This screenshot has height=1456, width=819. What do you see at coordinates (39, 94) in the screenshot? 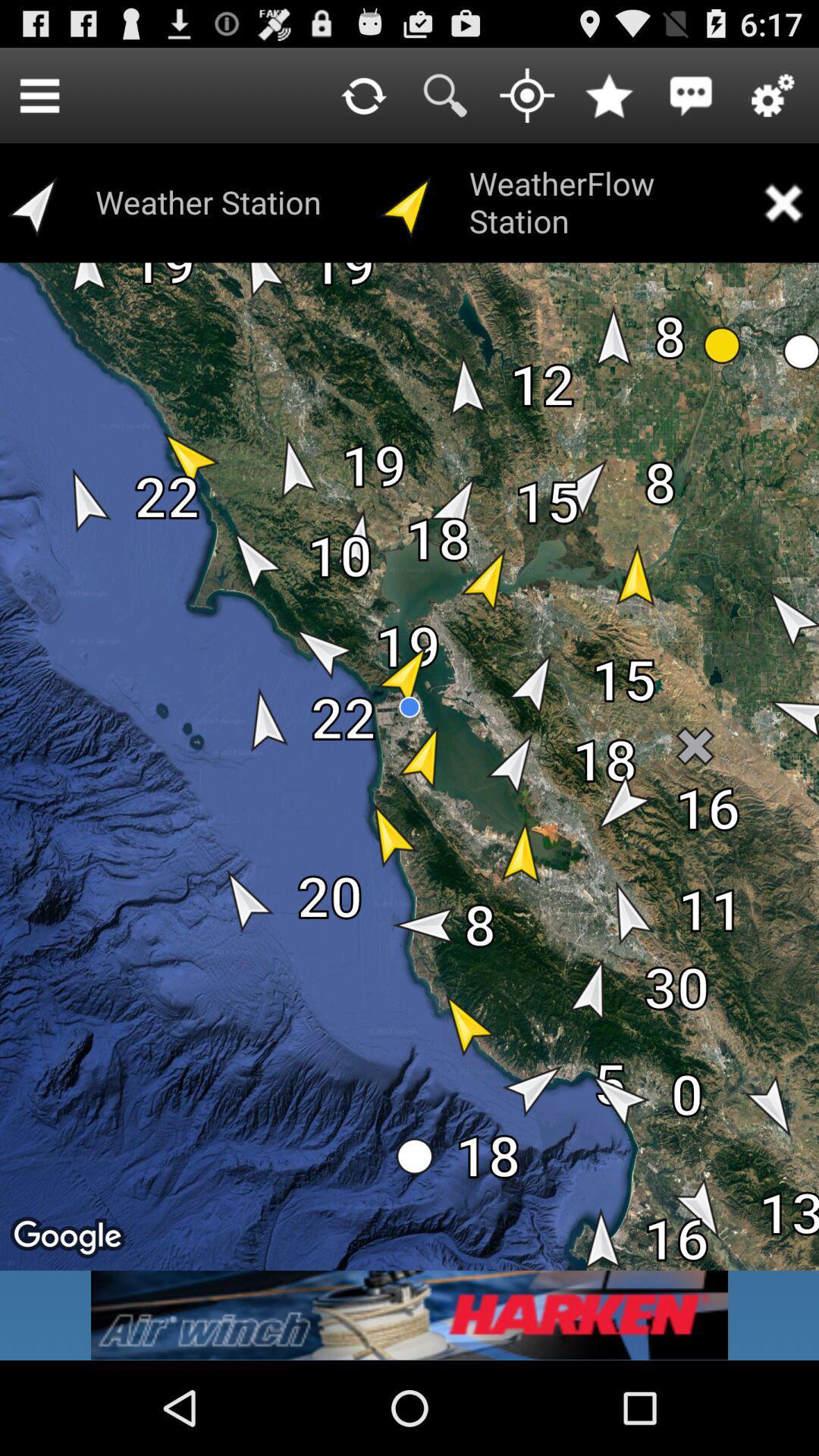
I see `open menu` at bounding box center [39, 94].